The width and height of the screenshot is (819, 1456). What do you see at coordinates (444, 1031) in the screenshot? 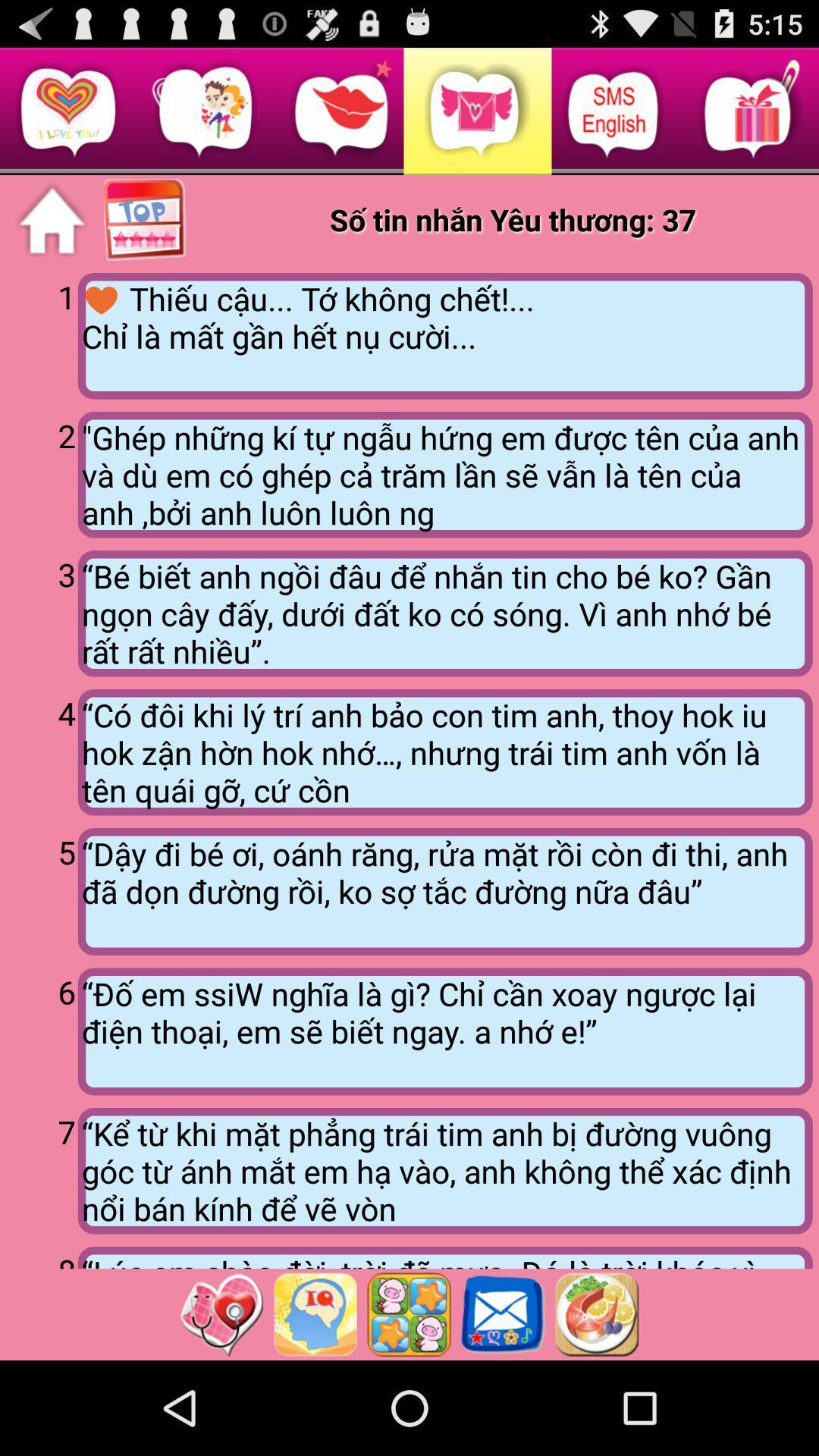
I see `the item to the right of the 6 icon` at bounding box center [444, 1031].